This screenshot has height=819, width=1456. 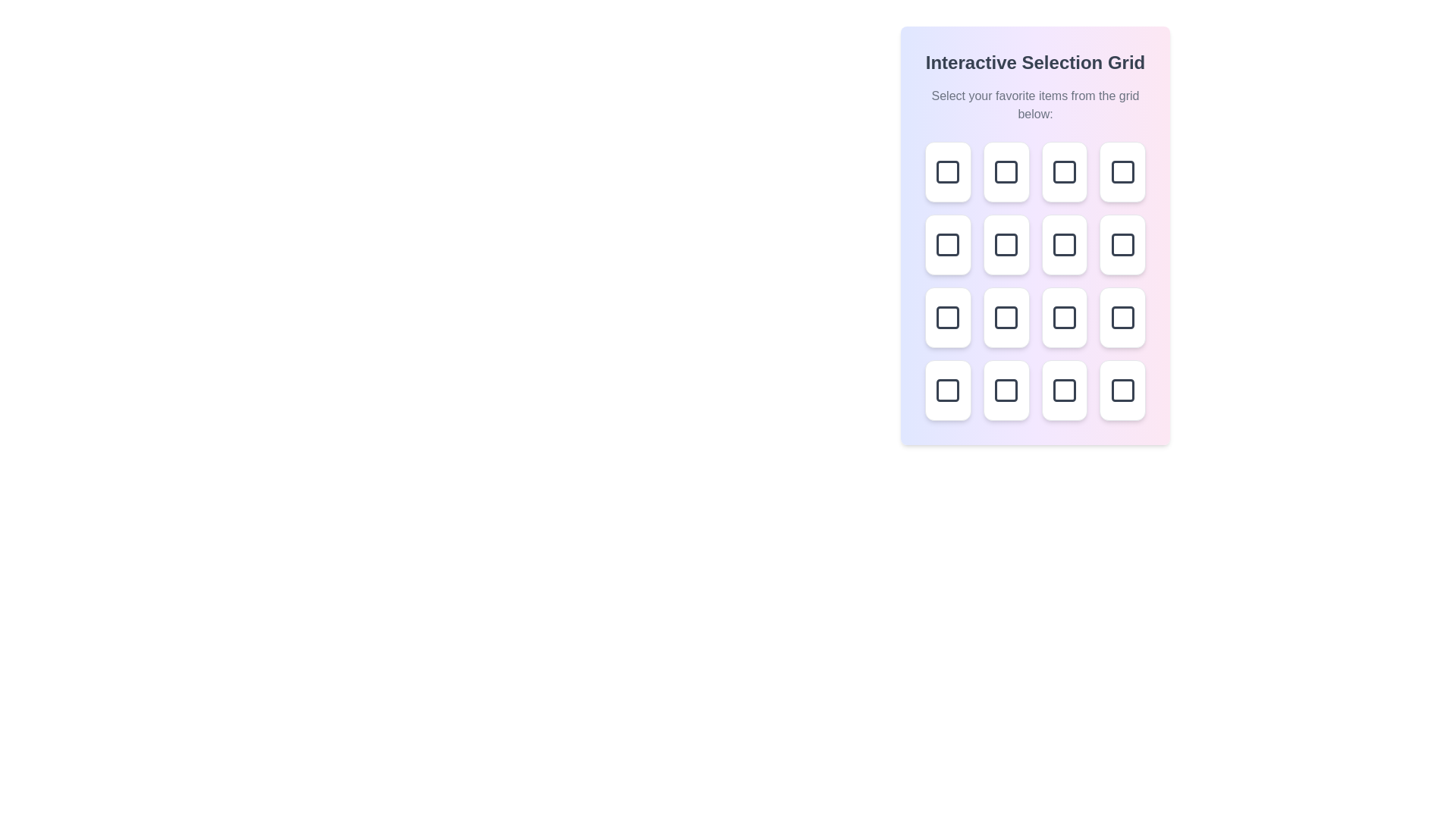 What do you see at coordinates (1063, 244) in the screenshot?
I see `the button located in the third column, third row of the grid in the 'Interactive Selection Grid'` at bounding box center [1063, 244].